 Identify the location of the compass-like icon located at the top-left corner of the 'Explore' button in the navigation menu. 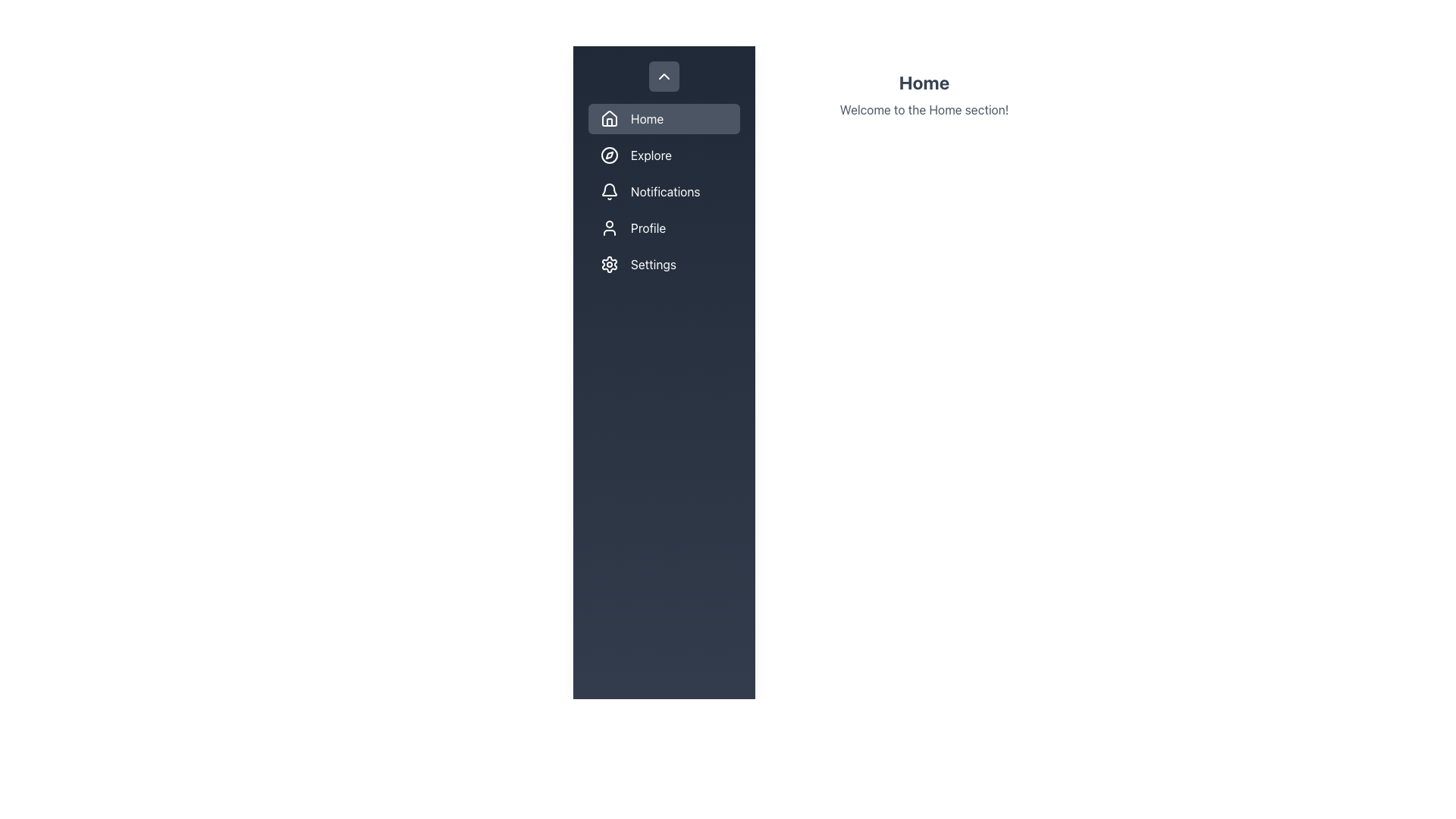
(610, 155).